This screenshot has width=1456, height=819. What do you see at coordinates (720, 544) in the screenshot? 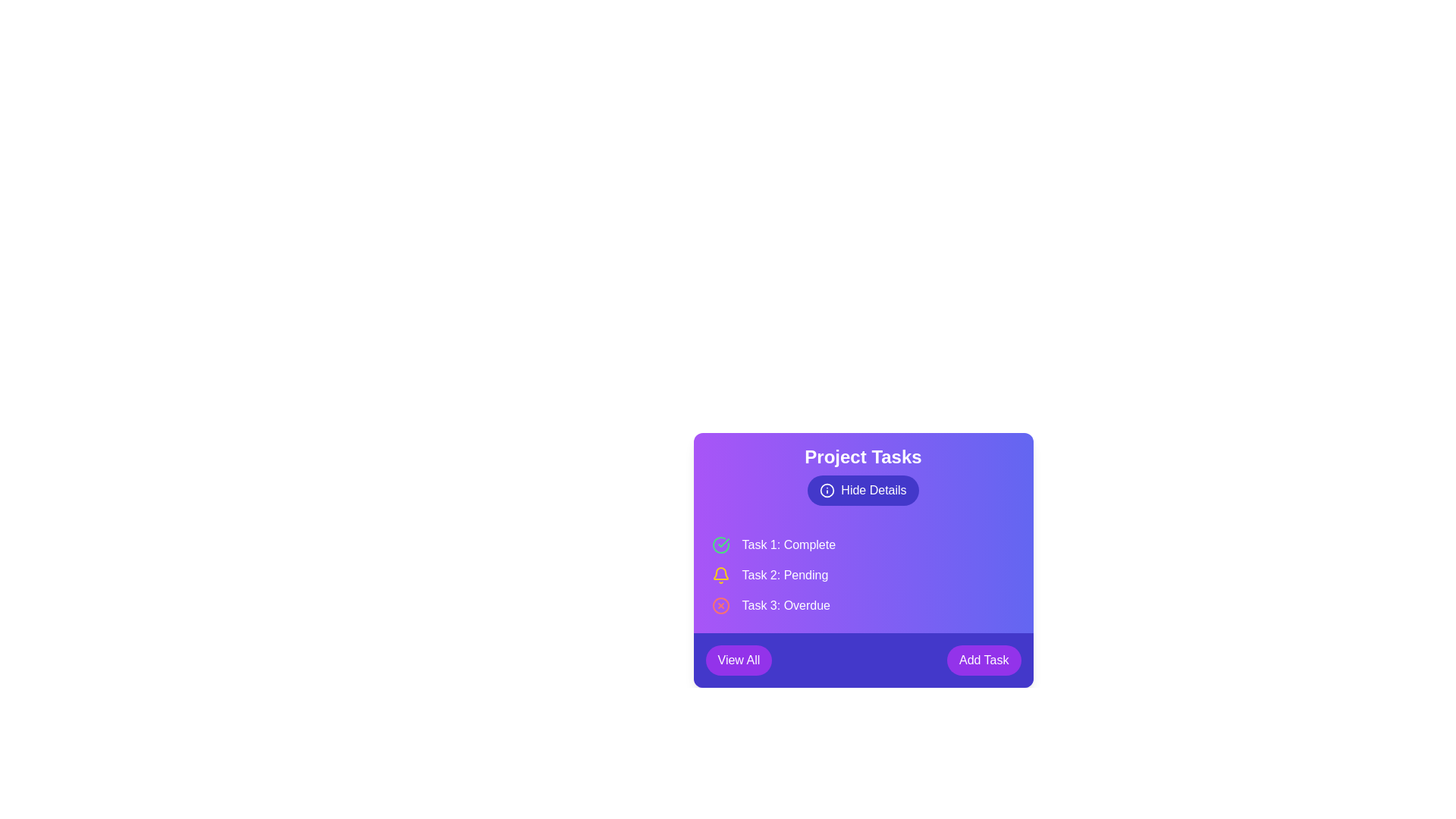
I see `the completion status icon for 'Task 1' located to the left of the text 'Task 1: Complete' in the 'Project Tasks' interface` at bounding box center [720, 544].